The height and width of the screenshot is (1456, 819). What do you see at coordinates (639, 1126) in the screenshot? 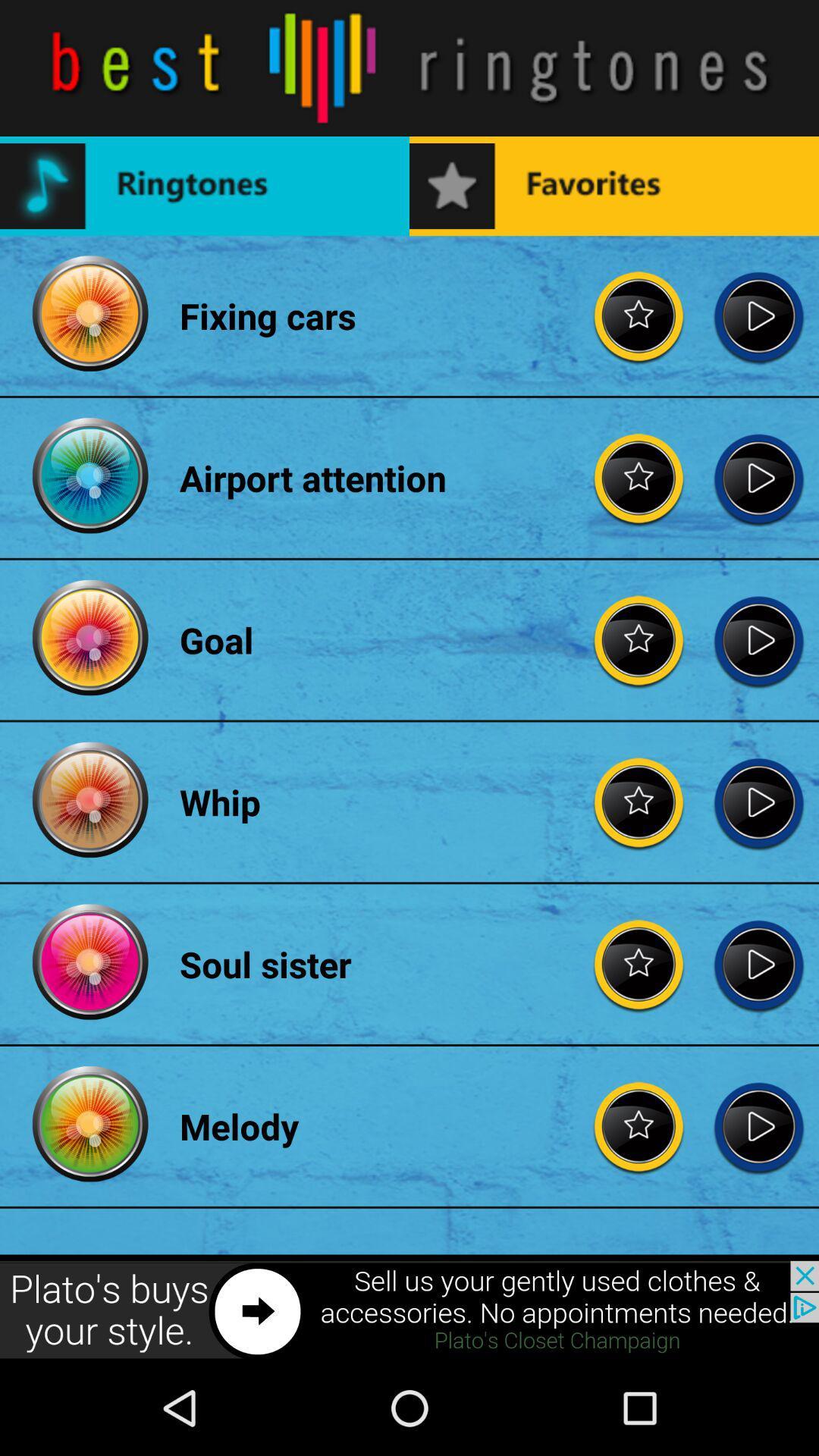
I see `melodies` at bounding box center [639, 1126].